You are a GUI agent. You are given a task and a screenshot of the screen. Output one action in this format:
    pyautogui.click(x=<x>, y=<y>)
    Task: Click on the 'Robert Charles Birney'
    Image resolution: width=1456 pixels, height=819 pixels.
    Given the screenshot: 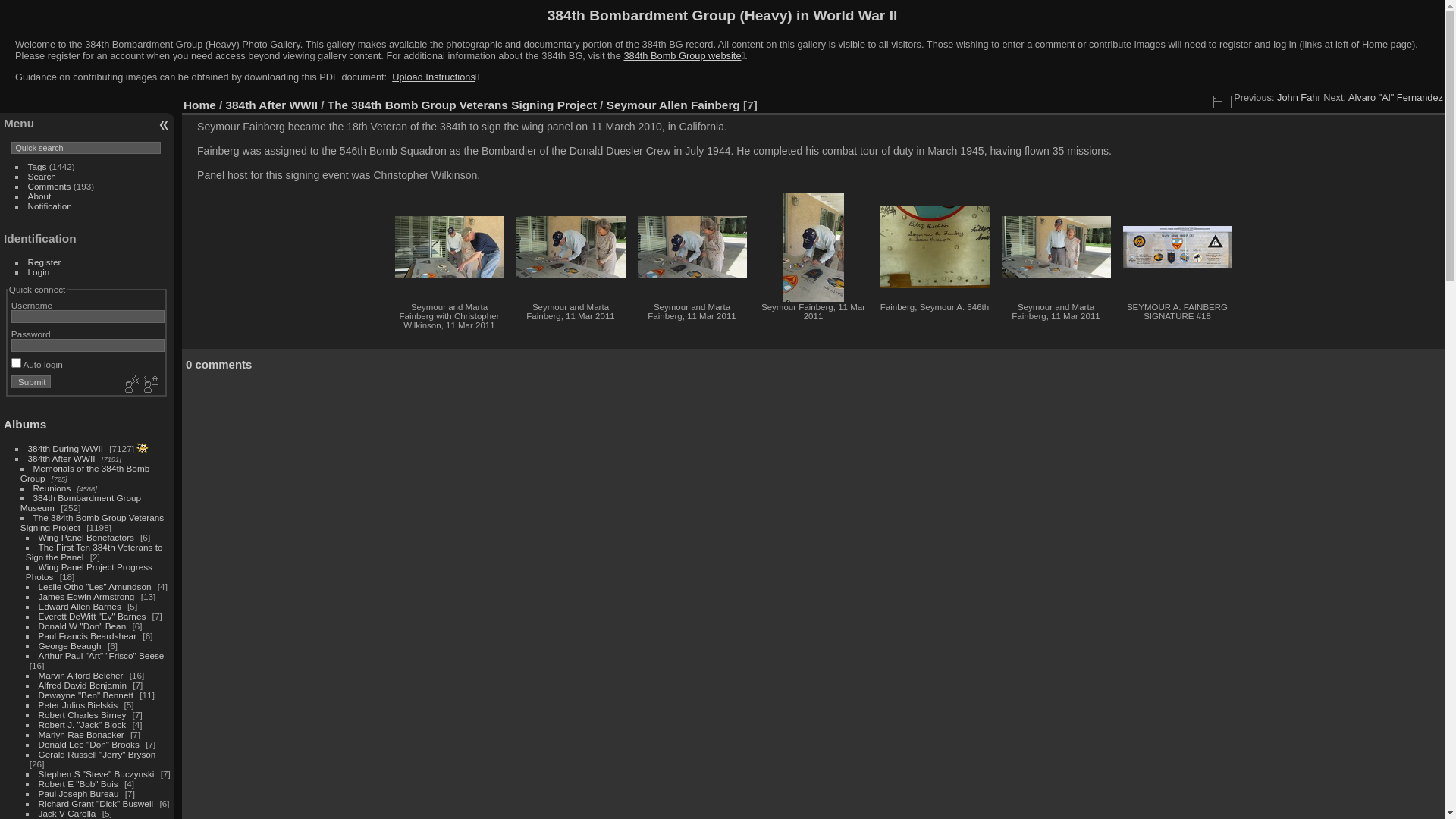 What is the action you would take?
    pyautogui.click(x=82, y=714)
    